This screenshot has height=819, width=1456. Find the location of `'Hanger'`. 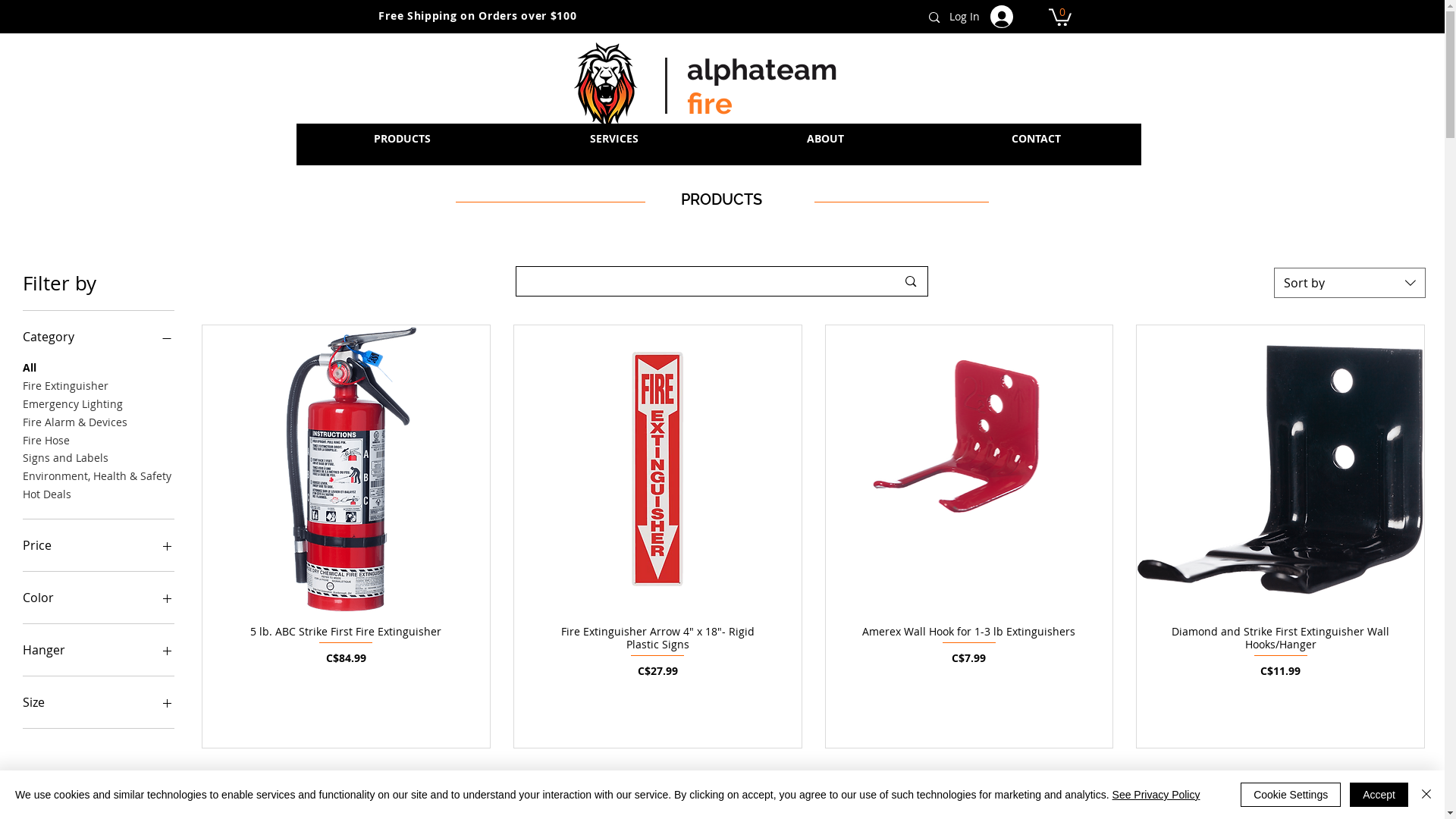

'Hanger' is located at coordinates (97, 648).